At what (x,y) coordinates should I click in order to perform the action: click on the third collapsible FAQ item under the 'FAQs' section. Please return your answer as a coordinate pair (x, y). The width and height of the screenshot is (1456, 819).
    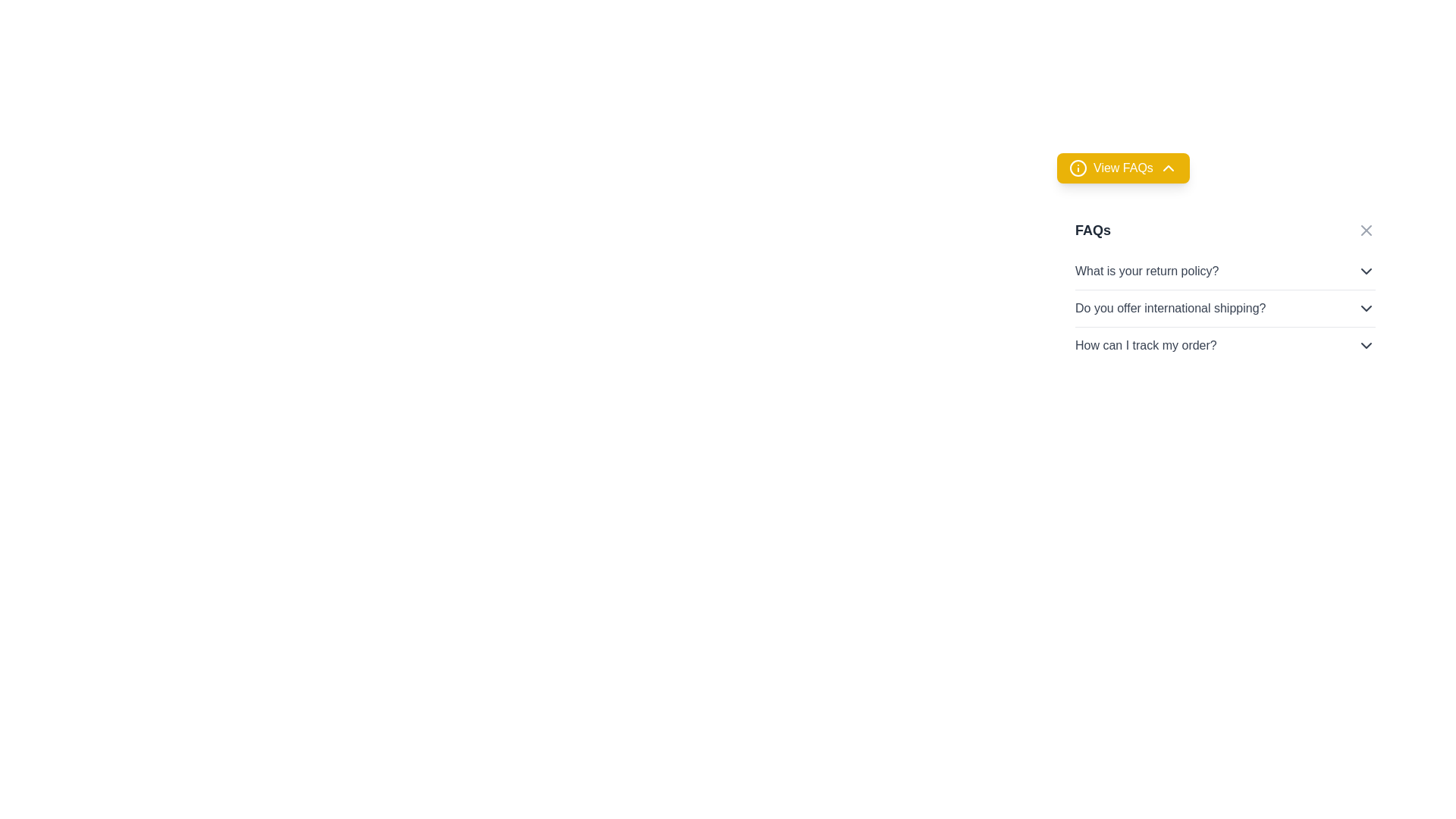
    Looking at the image, I should click on (1225, 345).